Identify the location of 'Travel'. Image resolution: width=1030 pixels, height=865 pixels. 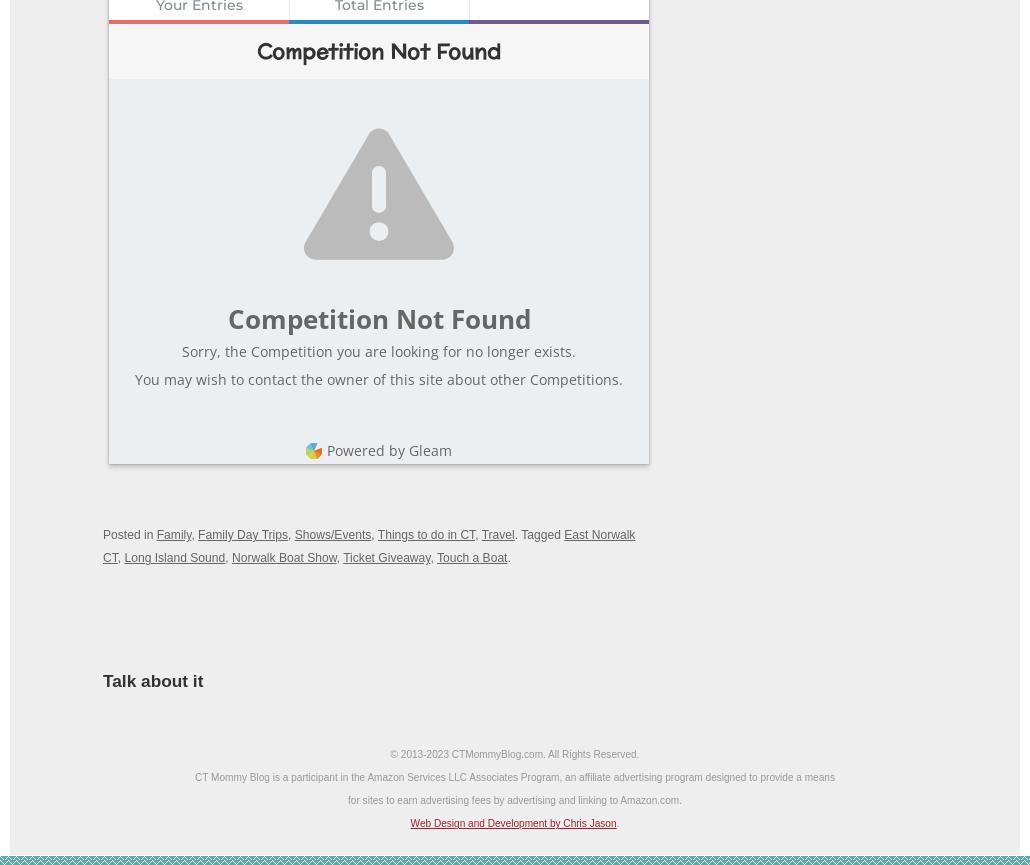
(496, 534).